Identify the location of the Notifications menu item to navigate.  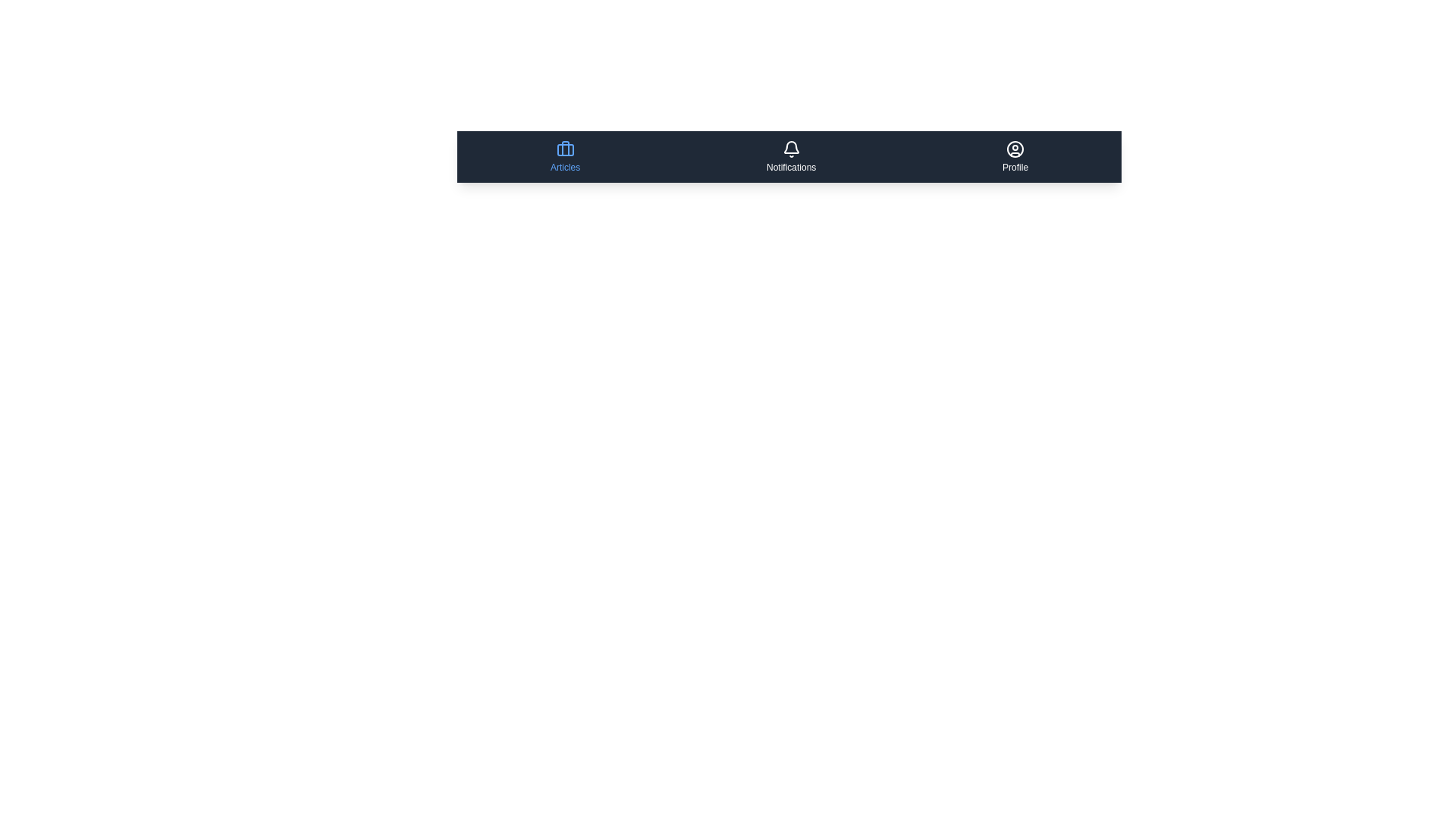
(790, 157).